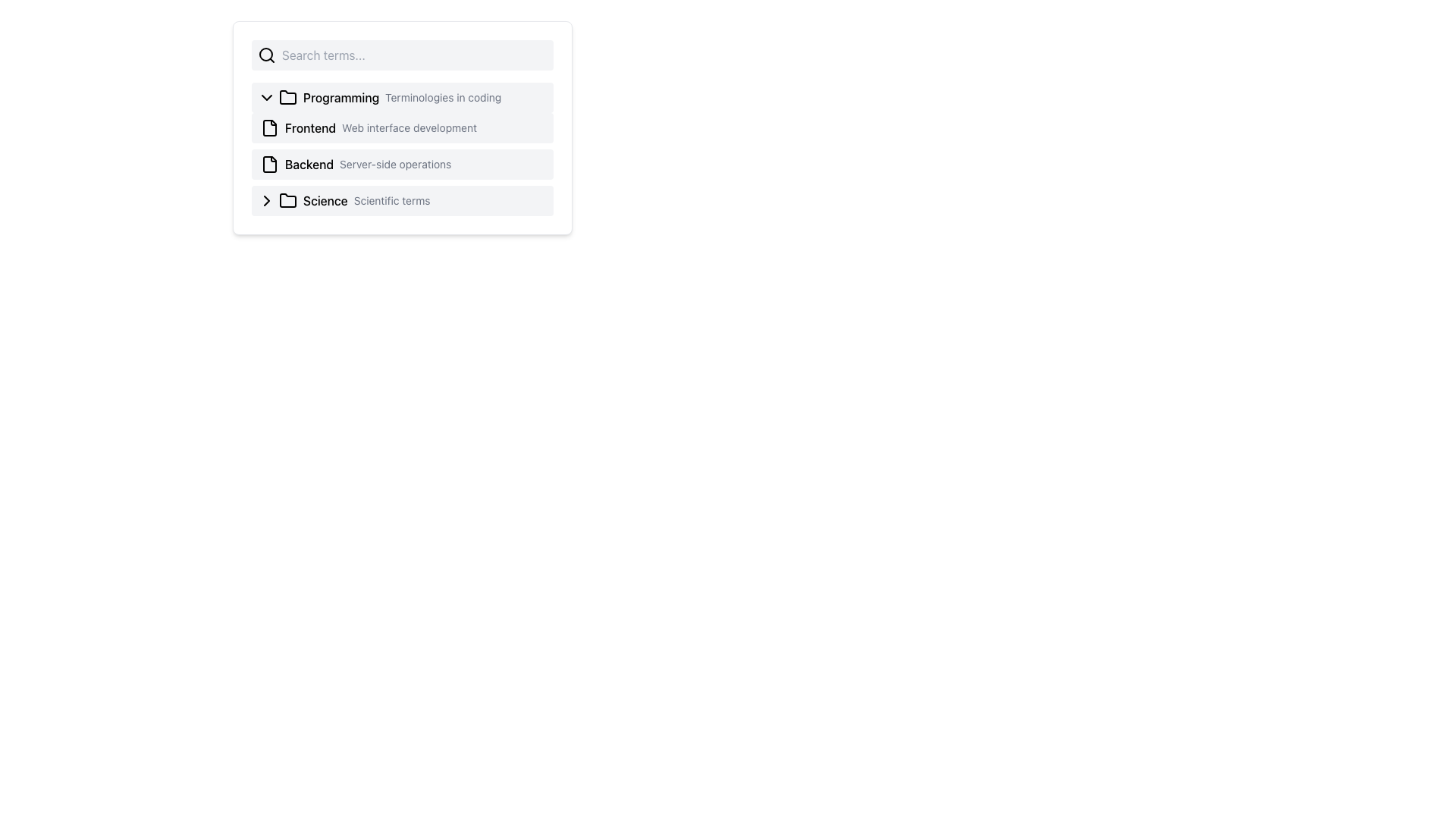 This screenshot has width=1456, height=819. What do you see at coordinates (265, 54) in the screenshot?
I see `the circular part of the magnifying glass icon, which is located at the far left of the search bar` at bounding box center [265, 54].